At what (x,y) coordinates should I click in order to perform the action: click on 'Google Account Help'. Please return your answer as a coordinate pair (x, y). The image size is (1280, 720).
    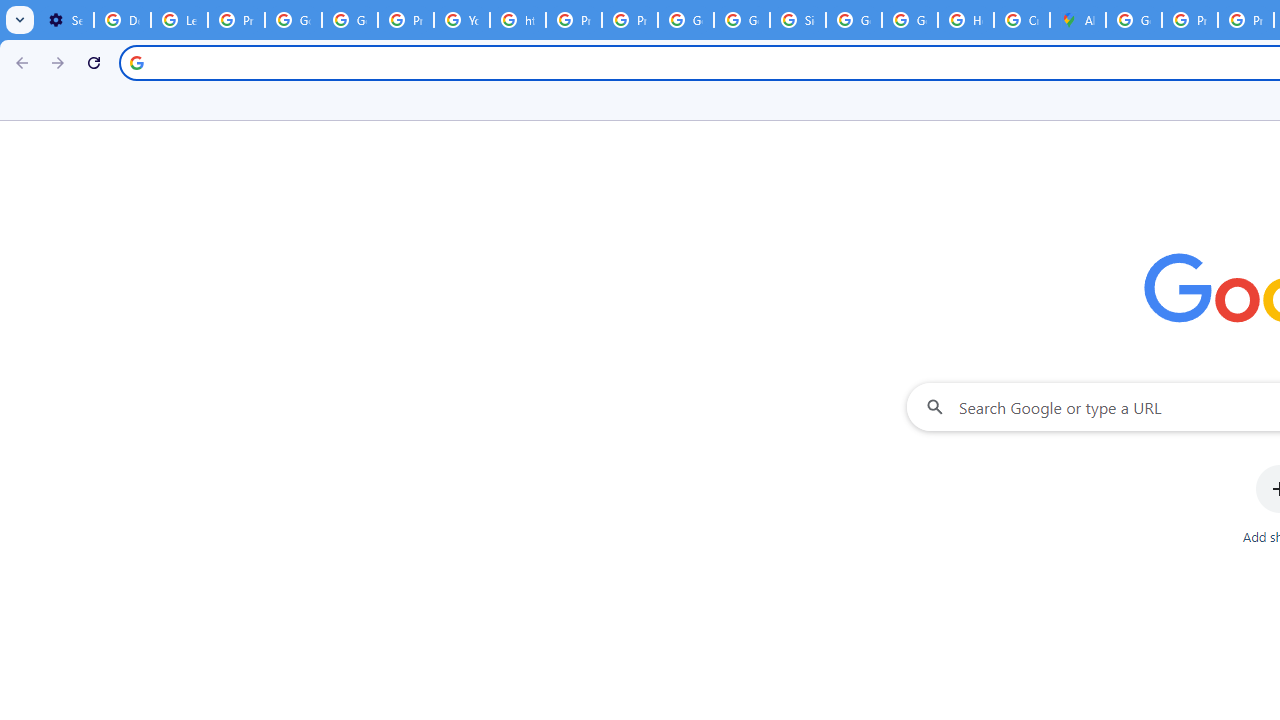
    Looking at the image, I should click on (292, 20).